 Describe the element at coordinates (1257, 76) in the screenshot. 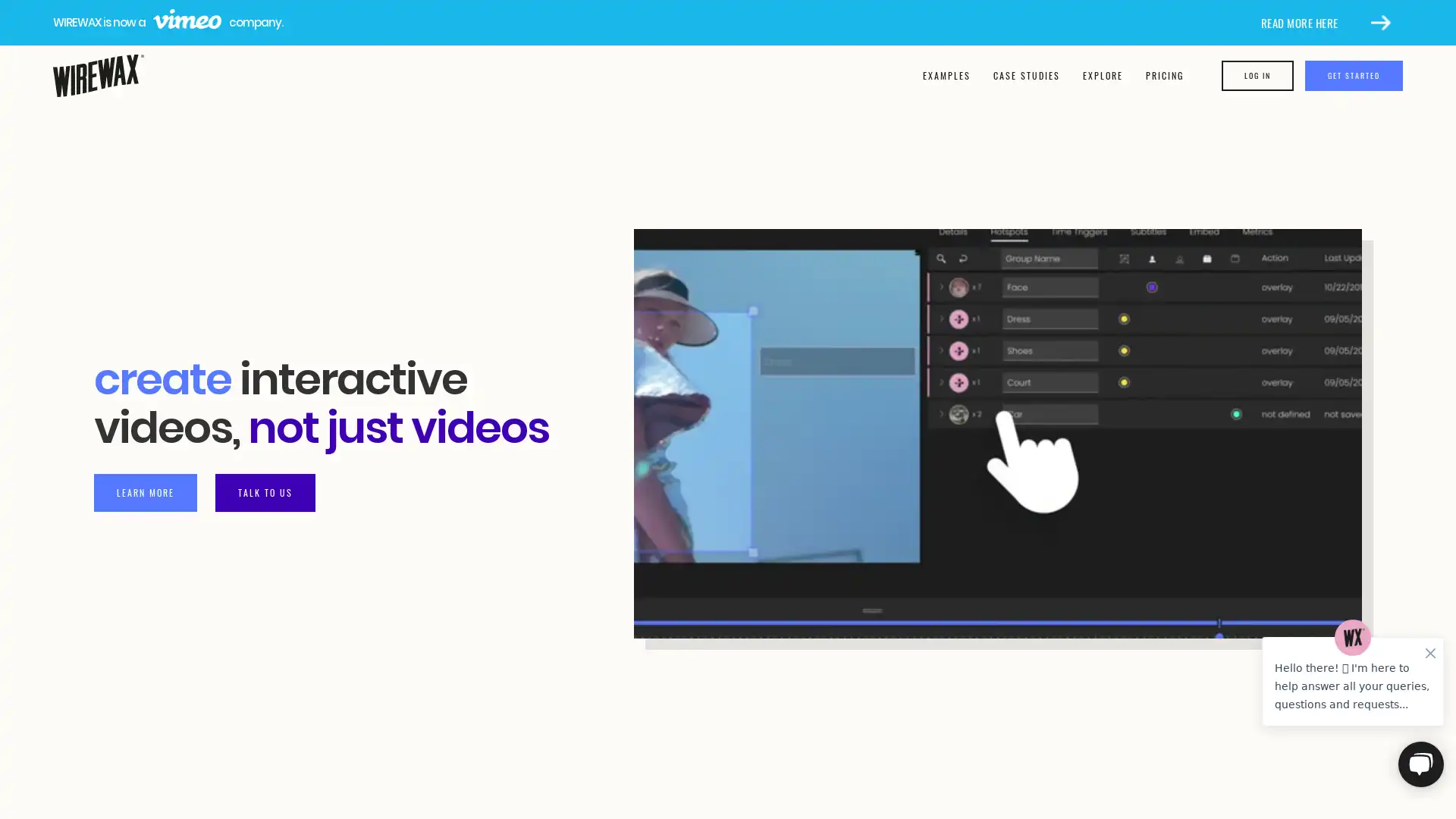

I see `LOG IN` at that location.